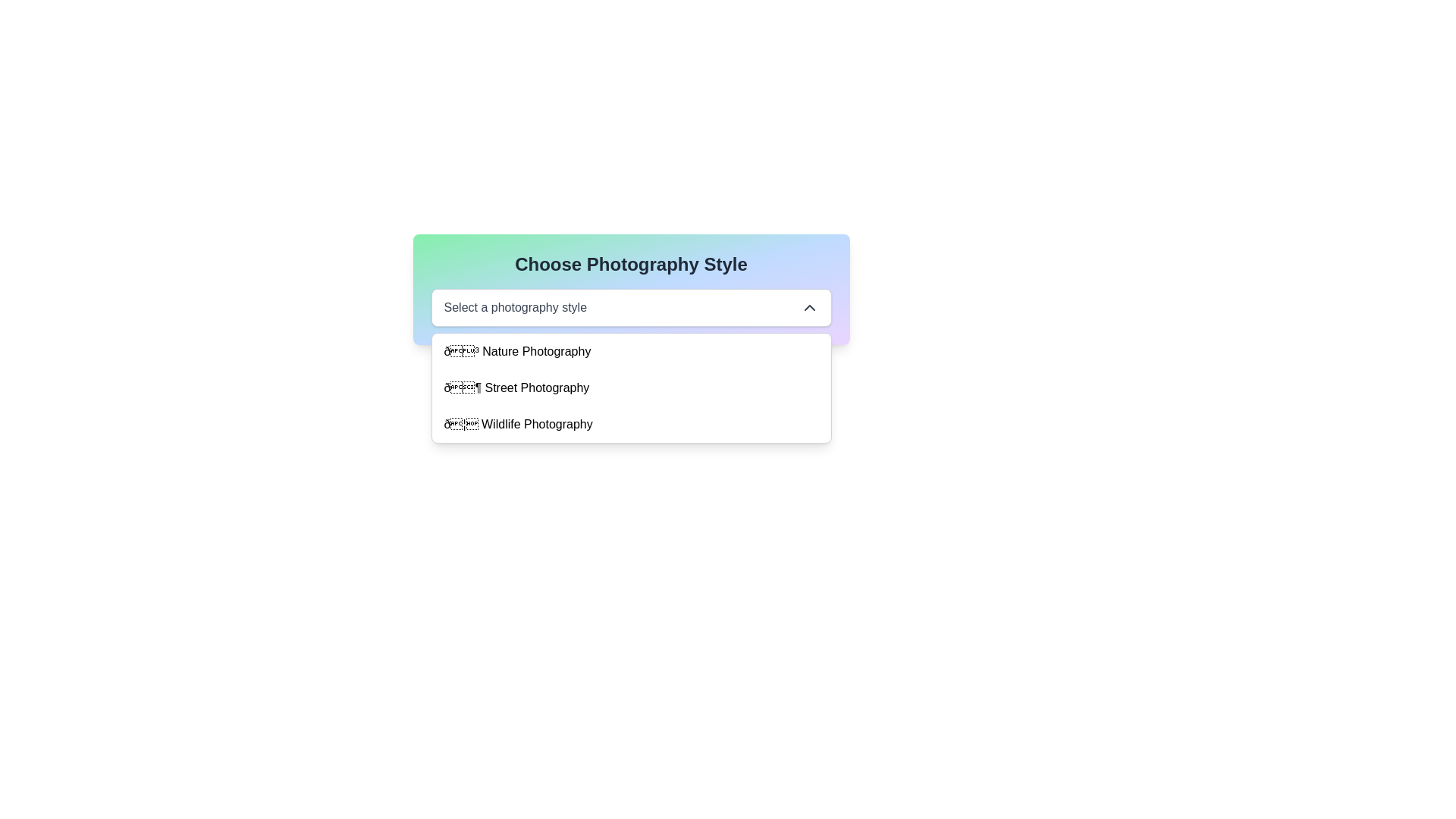  Describe the element at coordinates (631, 388) in the screenshot. I see `the 'Street Photography' option in the dropdown menu located below 'Nature Photography' and above 'Wildlife Photography'` at that location.